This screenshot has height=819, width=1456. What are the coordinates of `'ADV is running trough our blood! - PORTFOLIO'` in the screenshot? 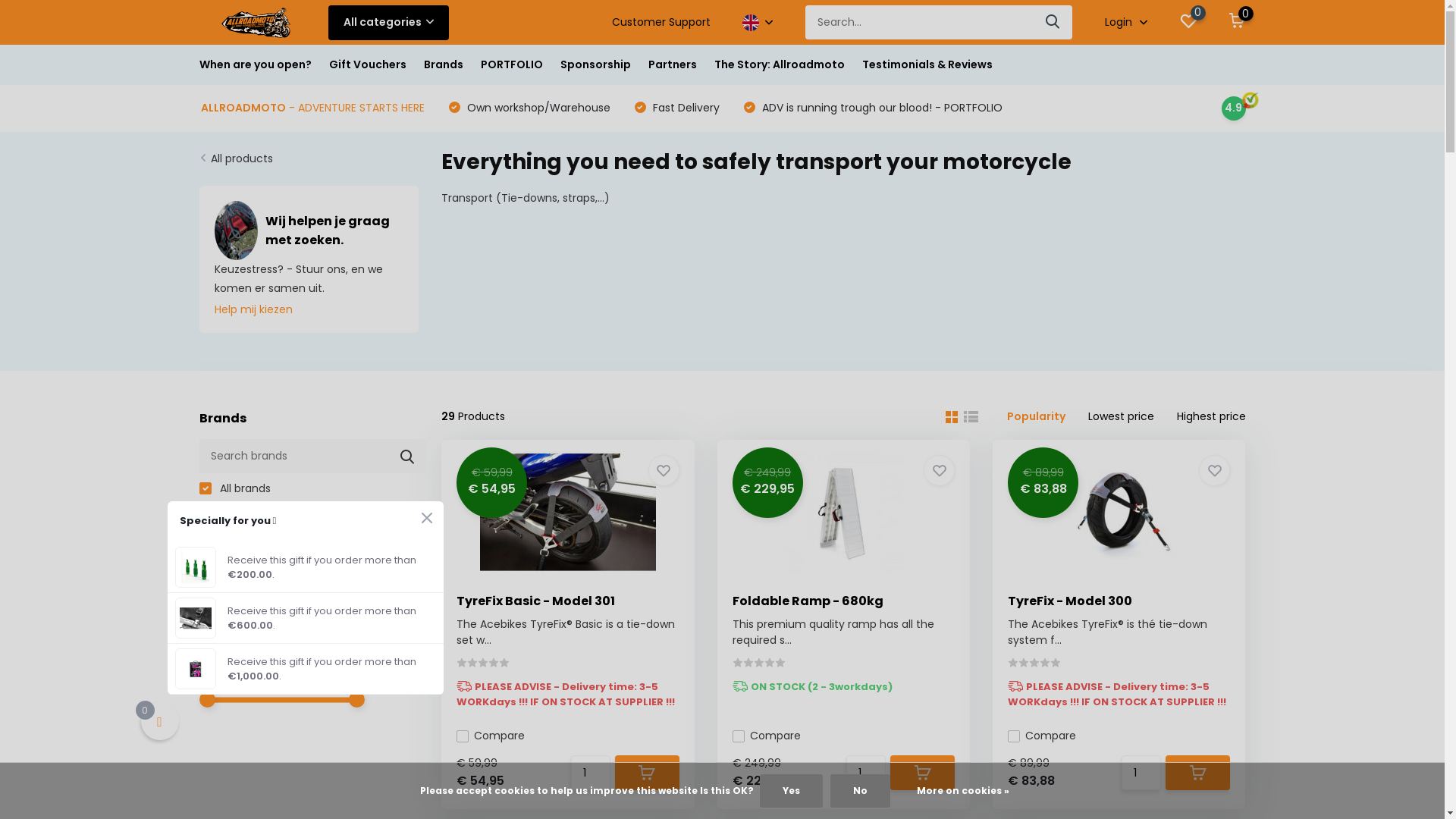 It's located at (880, 107).